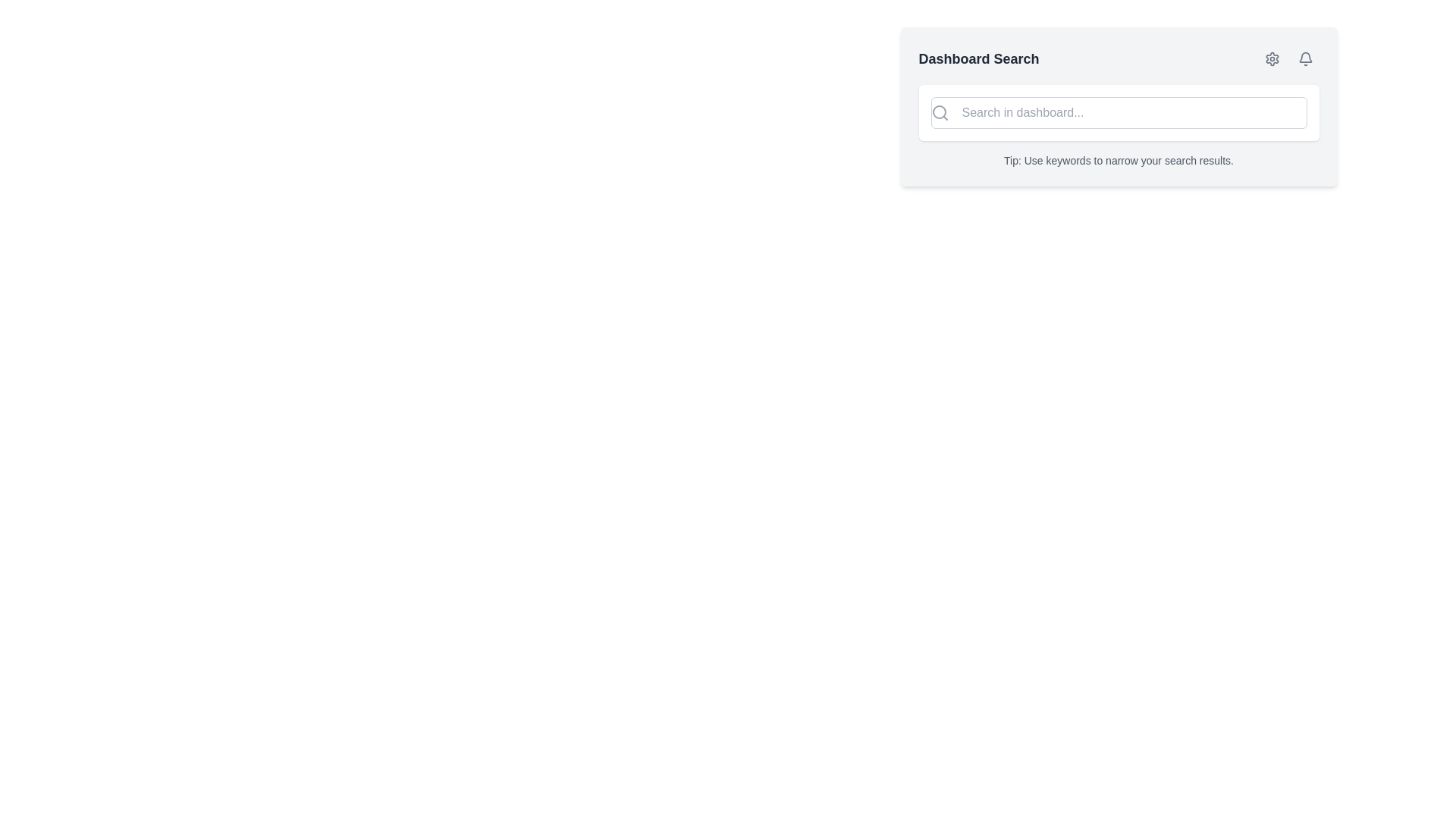 This screenshot has width=1456, height=819. Describe the element at coordinates (1119, 161) in the screenshot. I see `the text label that reads 'Tip: Use keywords to narrow your search results', which is styled in a small font size and grayish color, located below the search bar within a softly rounded rectangular card` at that location.